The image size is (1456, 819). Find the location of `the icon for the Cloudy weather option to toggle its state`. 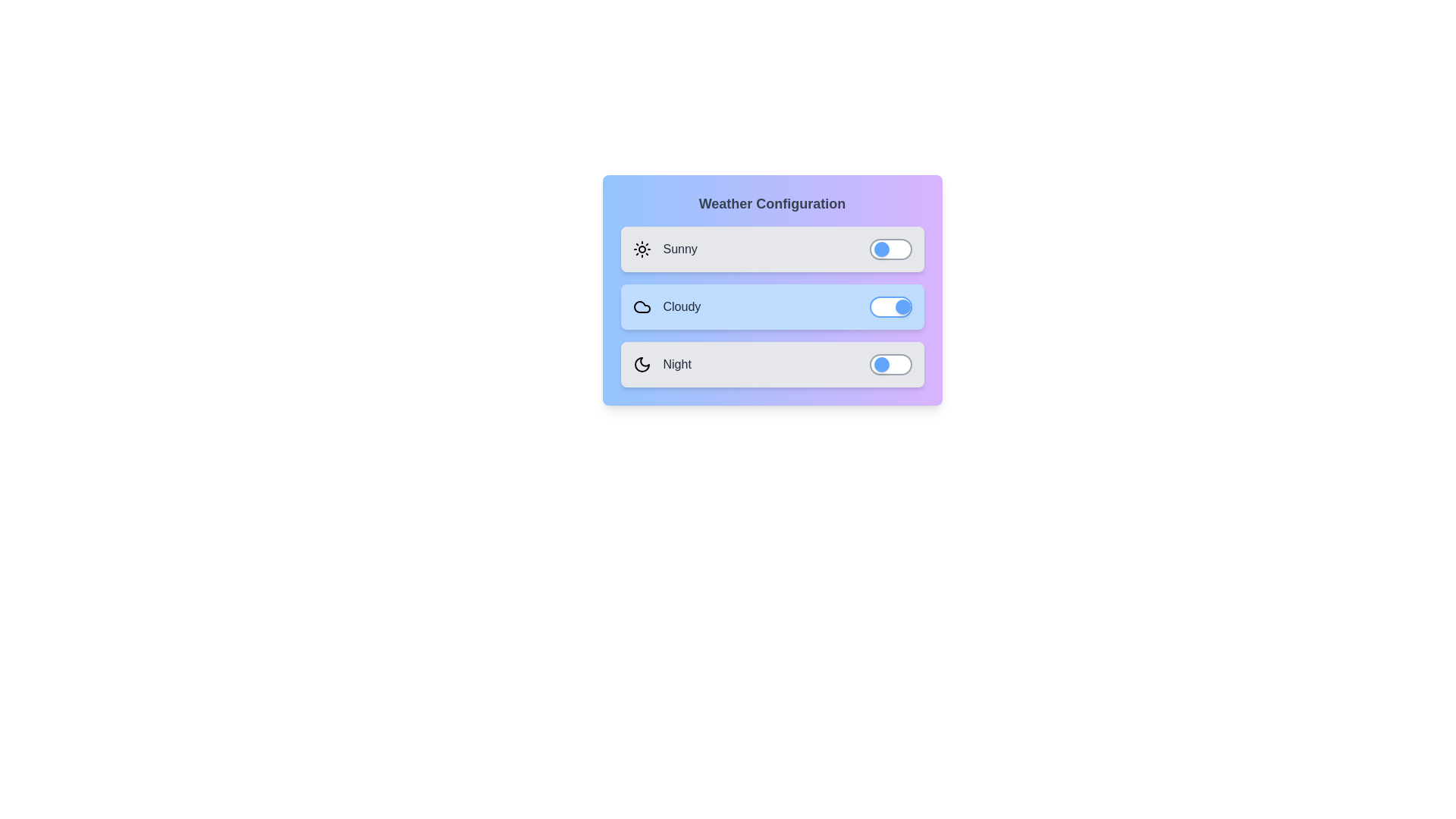

the icon for the Cloudy weather option to toggle its state is located at coordinates (642, 307).